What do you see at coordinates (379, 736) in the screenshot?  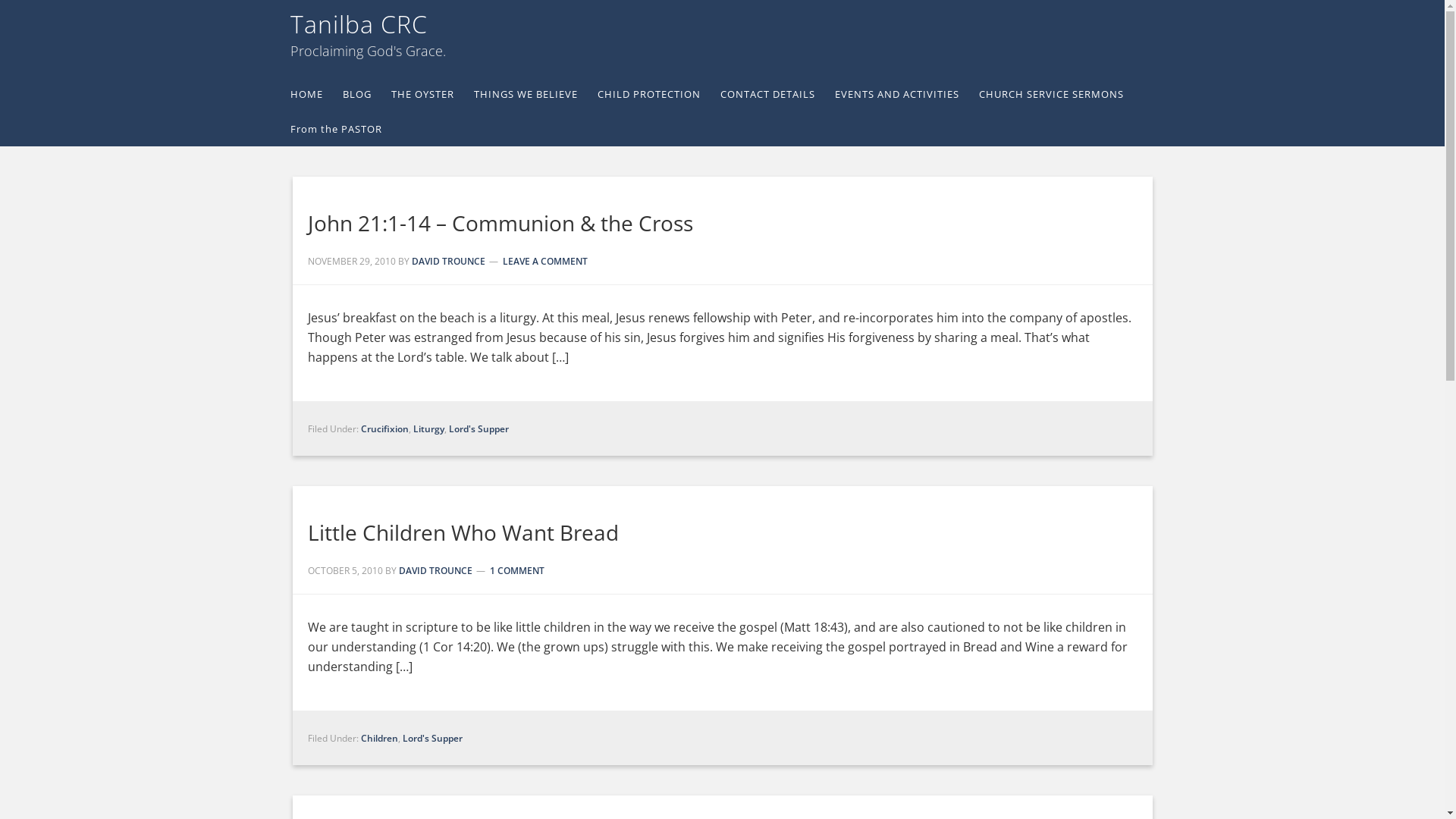 I see `'Children'` at bounding box center [379, 736].